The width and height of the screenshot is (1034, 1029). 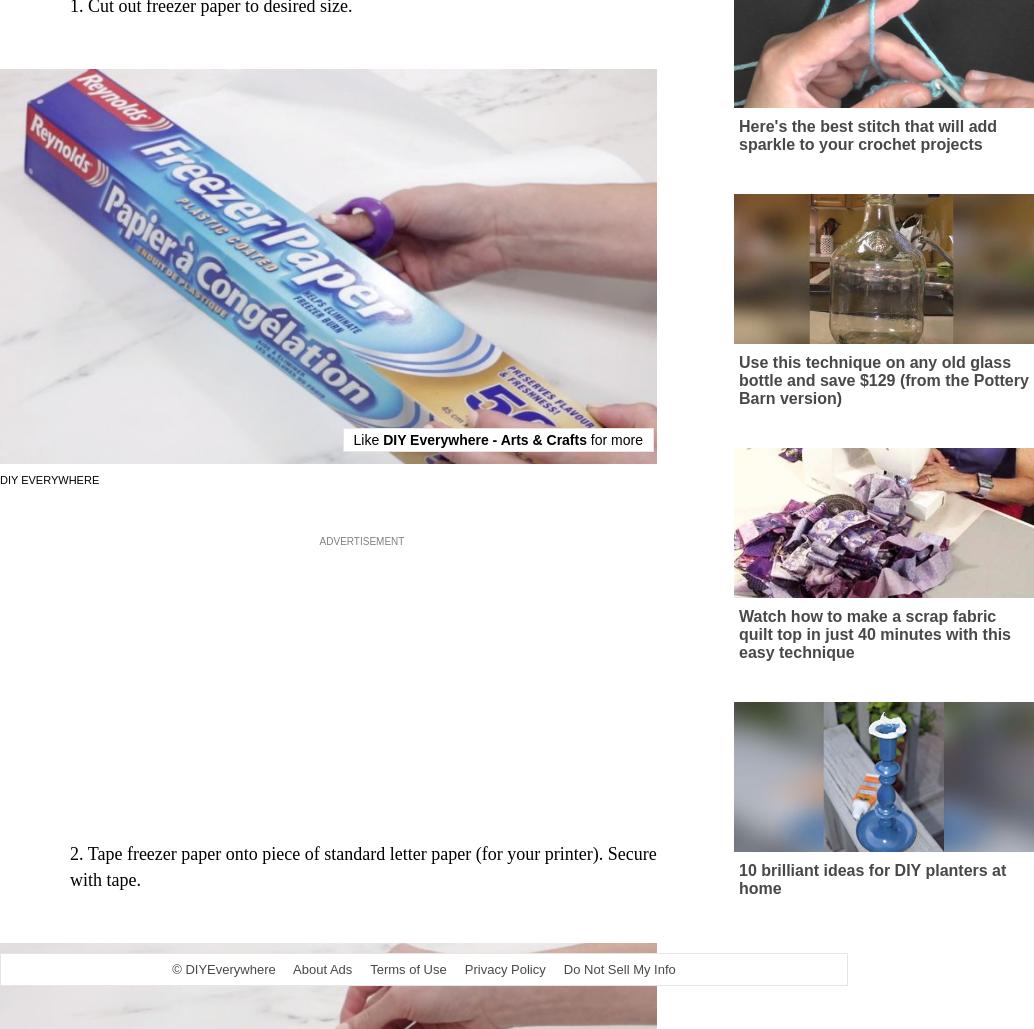 What do you see at coordinates (49, 498) in the screenshot?
I see `'DIY Everywhere'` at bounding box center [49, 498].